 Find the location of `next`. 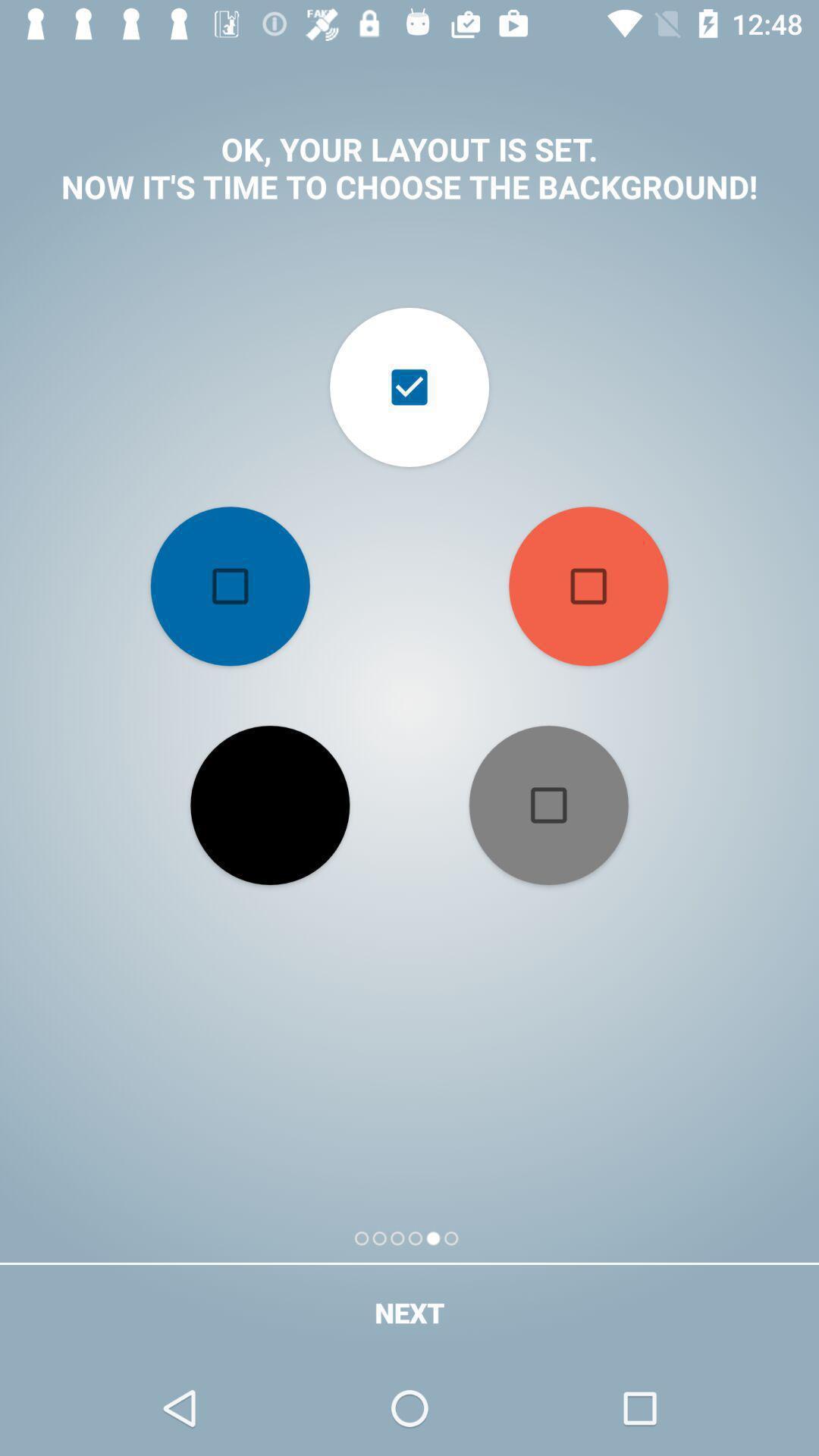

next is located at coordinates (409, 1312).